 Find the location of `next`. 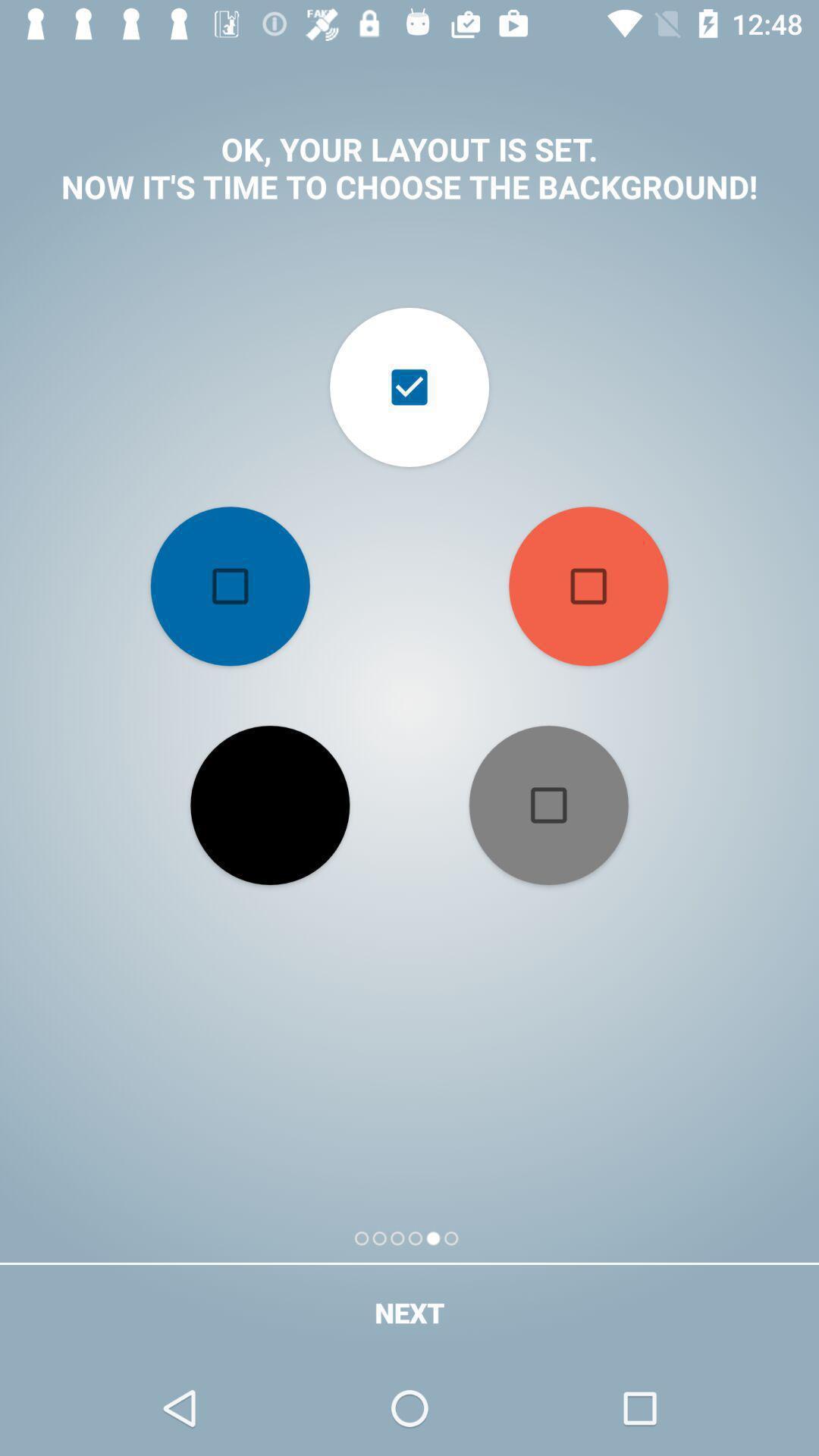

next is located at coordinates (409, 1312).